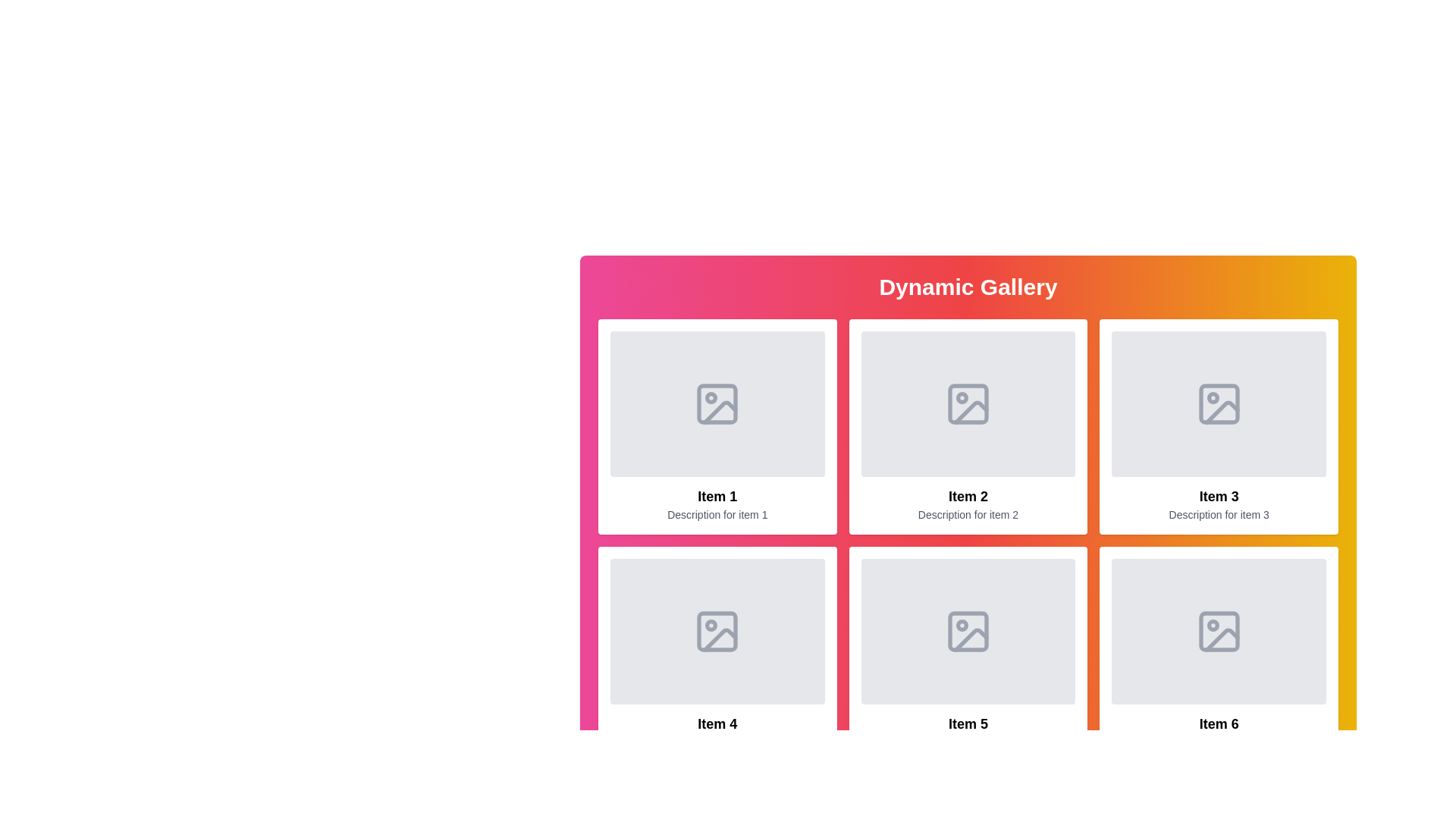 This screenshot has height=819, width=1456. Describe the element at coordinates (967, 287) in the screenshot. I see `the Text Header displaying 'Dynamic Gallery', which is a large bold title text centered at the top of the section with a gradient background` at that location.